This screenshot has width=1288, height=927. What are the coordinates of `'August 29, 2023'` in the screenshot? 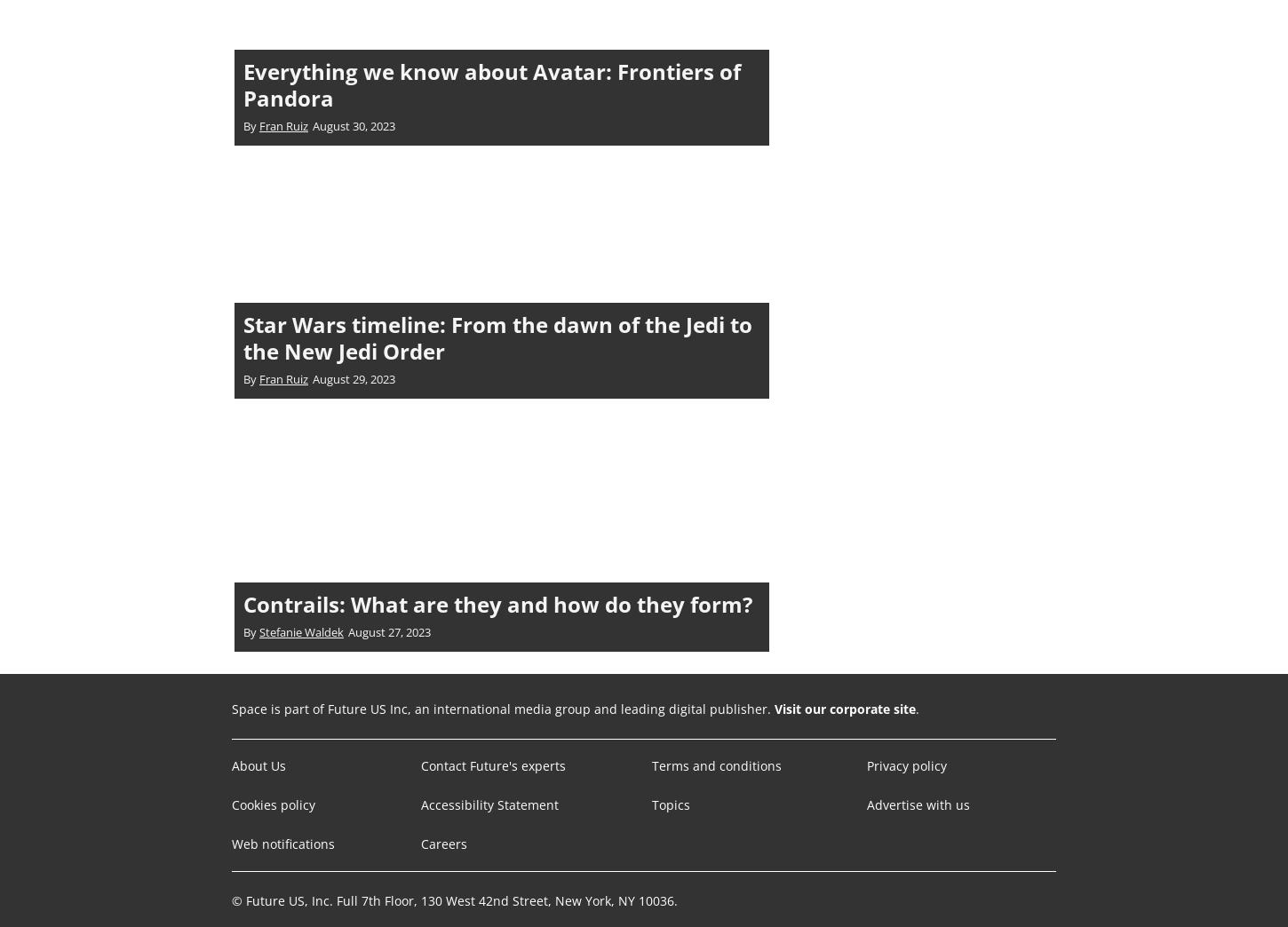 It's located at (353, 377).